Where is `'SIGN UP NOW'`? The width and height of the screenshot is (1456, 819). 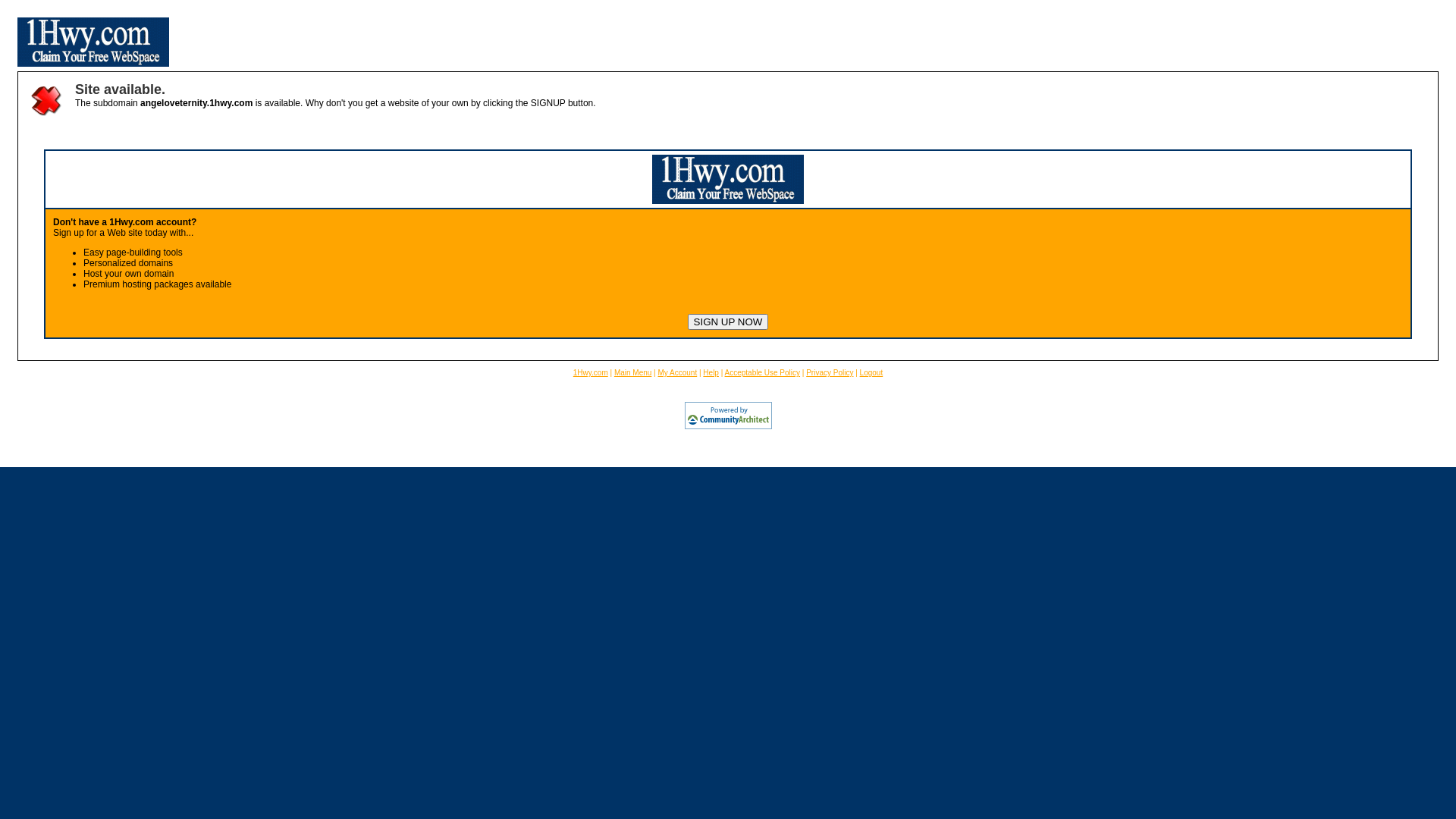 'SIGN UP NOW' is located at coordinates (728, 321).